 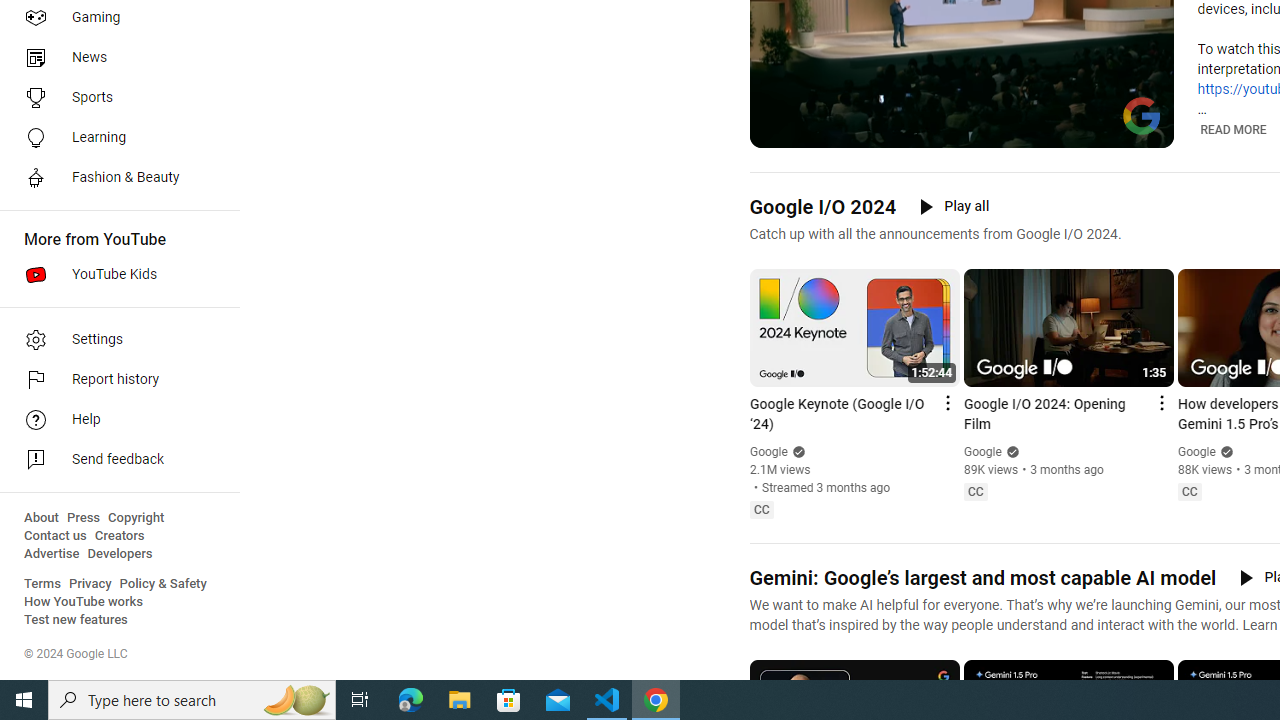 What do you see at coordinates (112, 97) in the screenshot?
I see `'Sports'` at bounding box center [112, 97].